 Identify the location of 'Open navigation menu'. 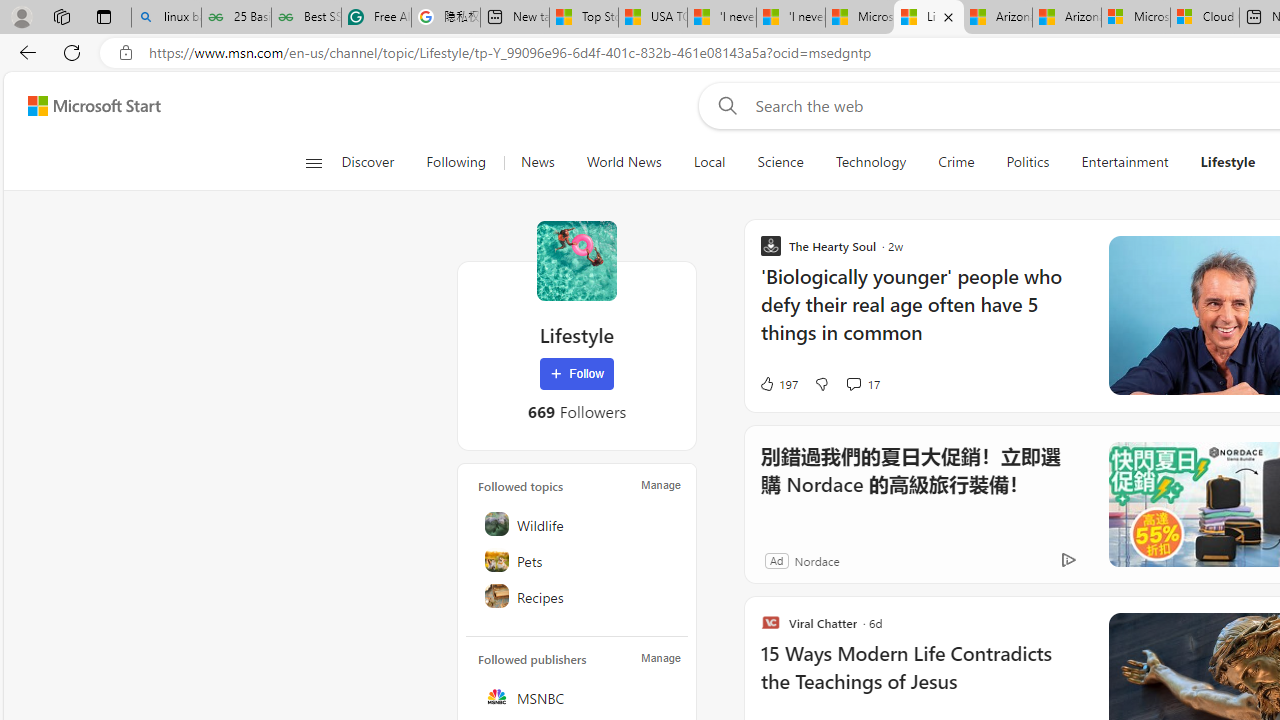
(312, 162).